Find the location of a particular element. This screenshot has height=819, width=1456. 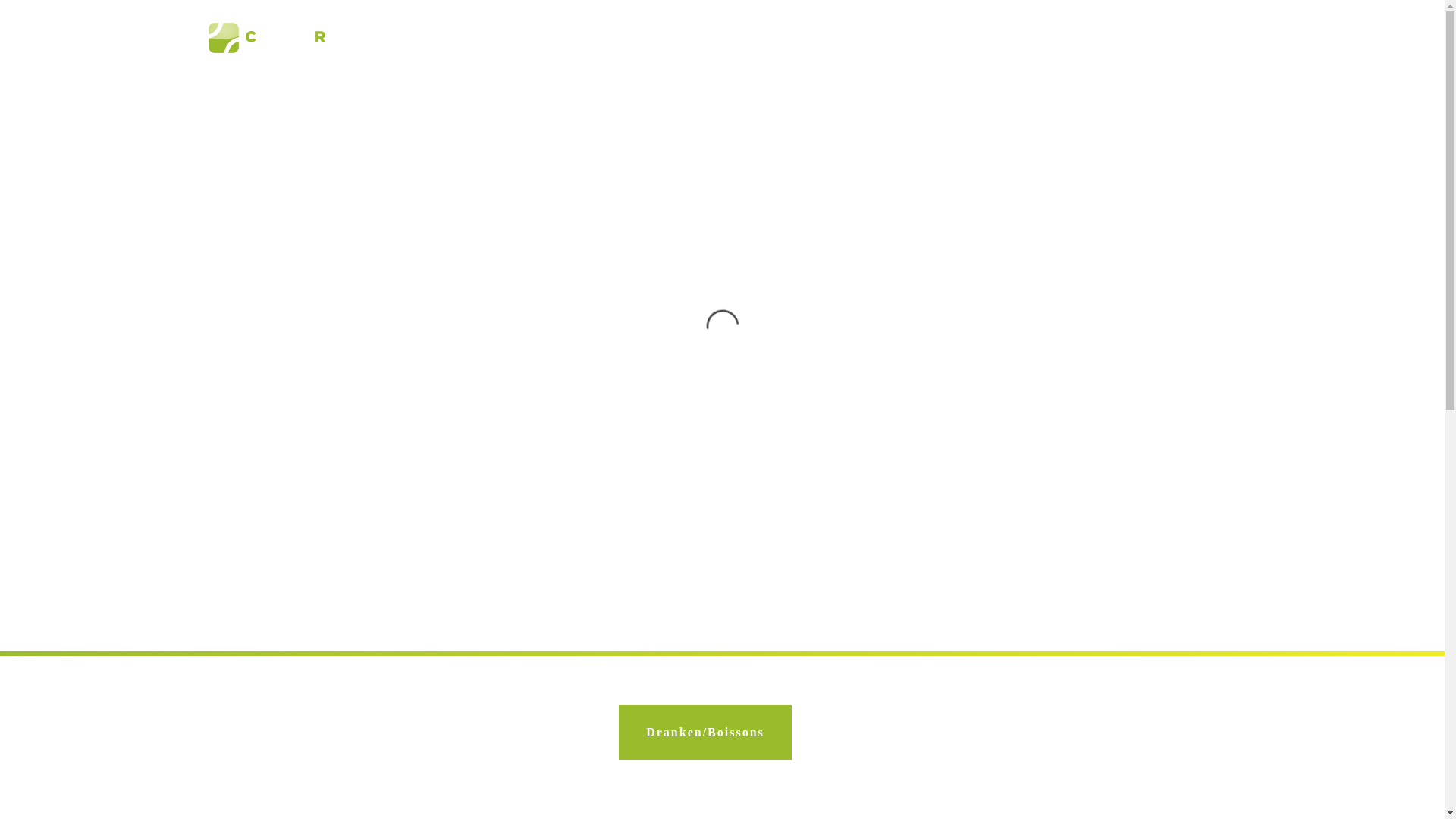

'LICENTIE TENNIS VLAANDEREN' is located at coordinates (856, 37).